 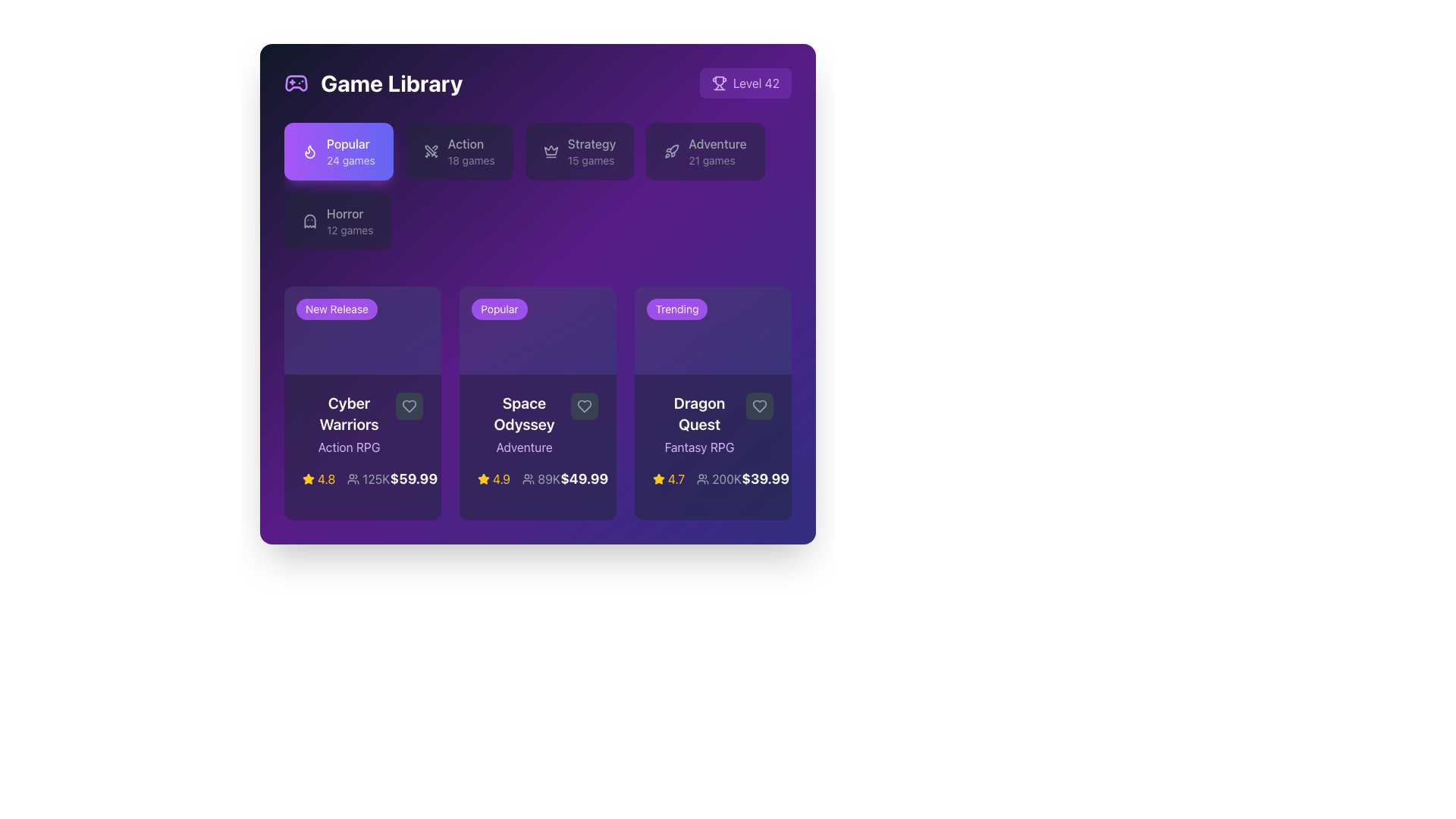 I want to click on the icon representing the number of users or participants associated with the 'Dragon Quest' card, located in the bottom-right corner below the rating stars and to the left of the price, so click(x=718, y=479).